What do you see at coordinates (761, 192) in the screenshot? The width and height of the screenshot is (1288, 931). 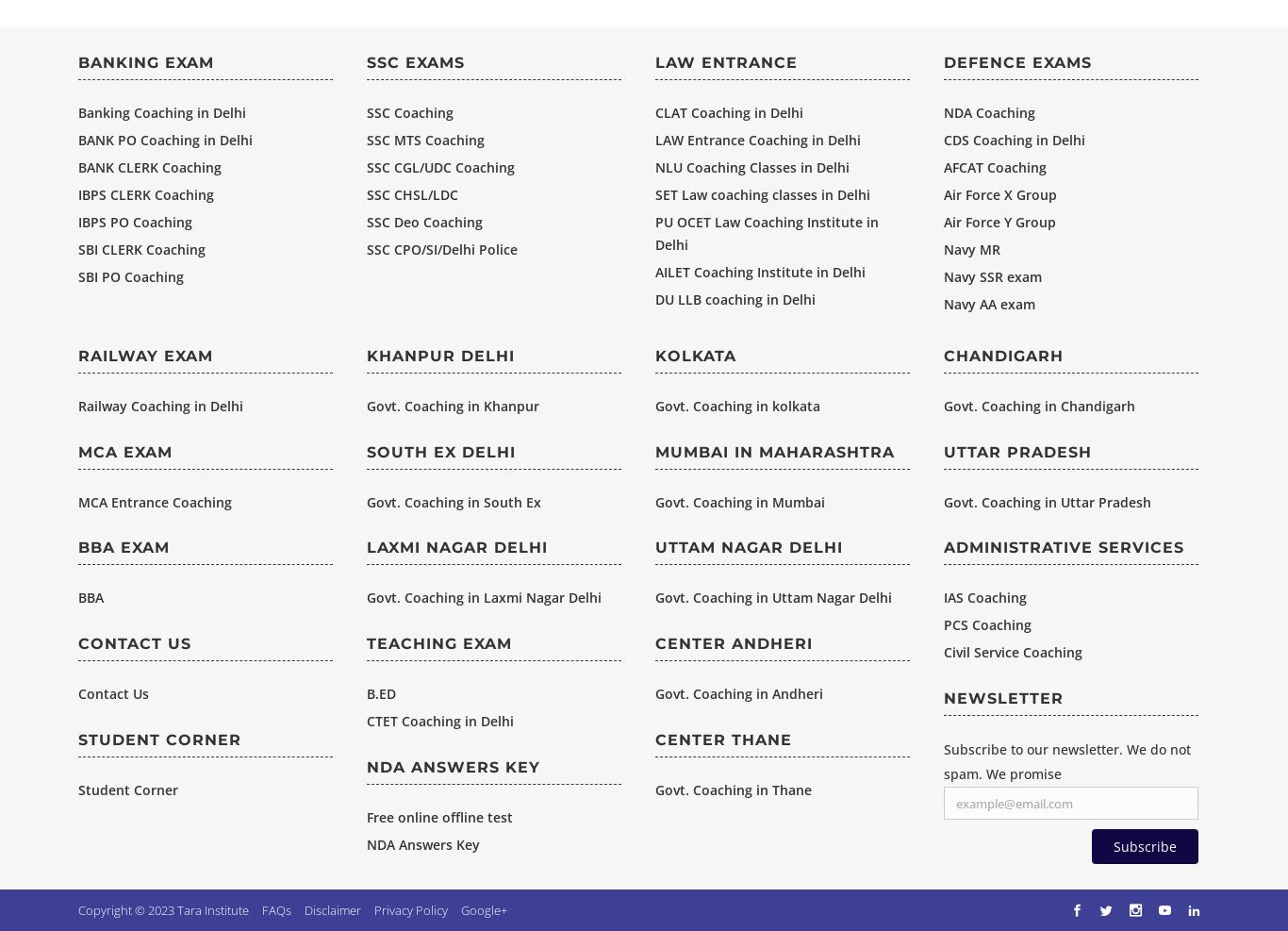 I see `'SET Law coaching classes in Delhi'` at bounding box center [761, 192].